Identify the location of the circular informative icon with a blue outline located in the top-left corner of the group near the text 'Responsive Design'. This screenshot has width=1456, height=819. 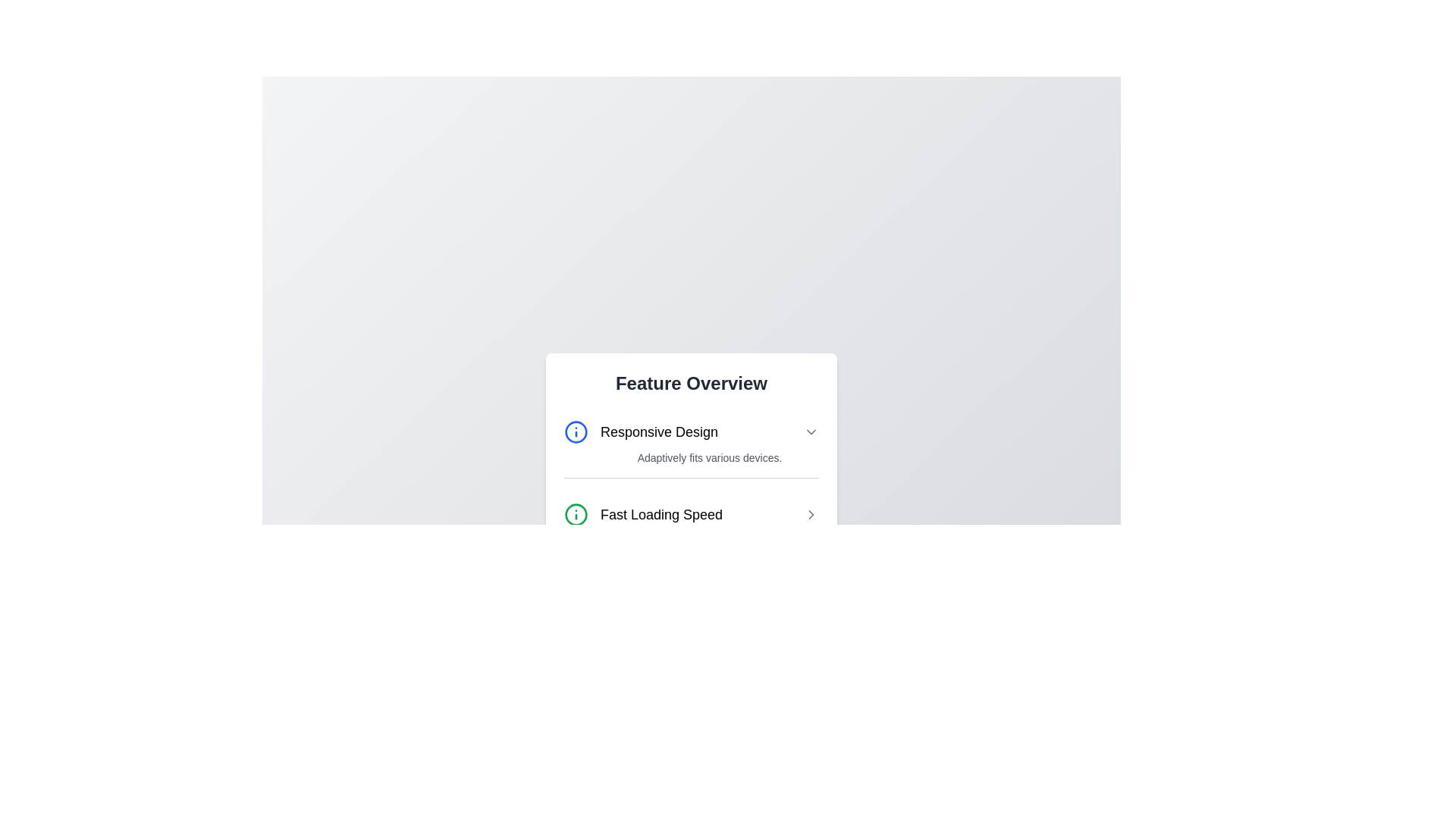
(575, 431).